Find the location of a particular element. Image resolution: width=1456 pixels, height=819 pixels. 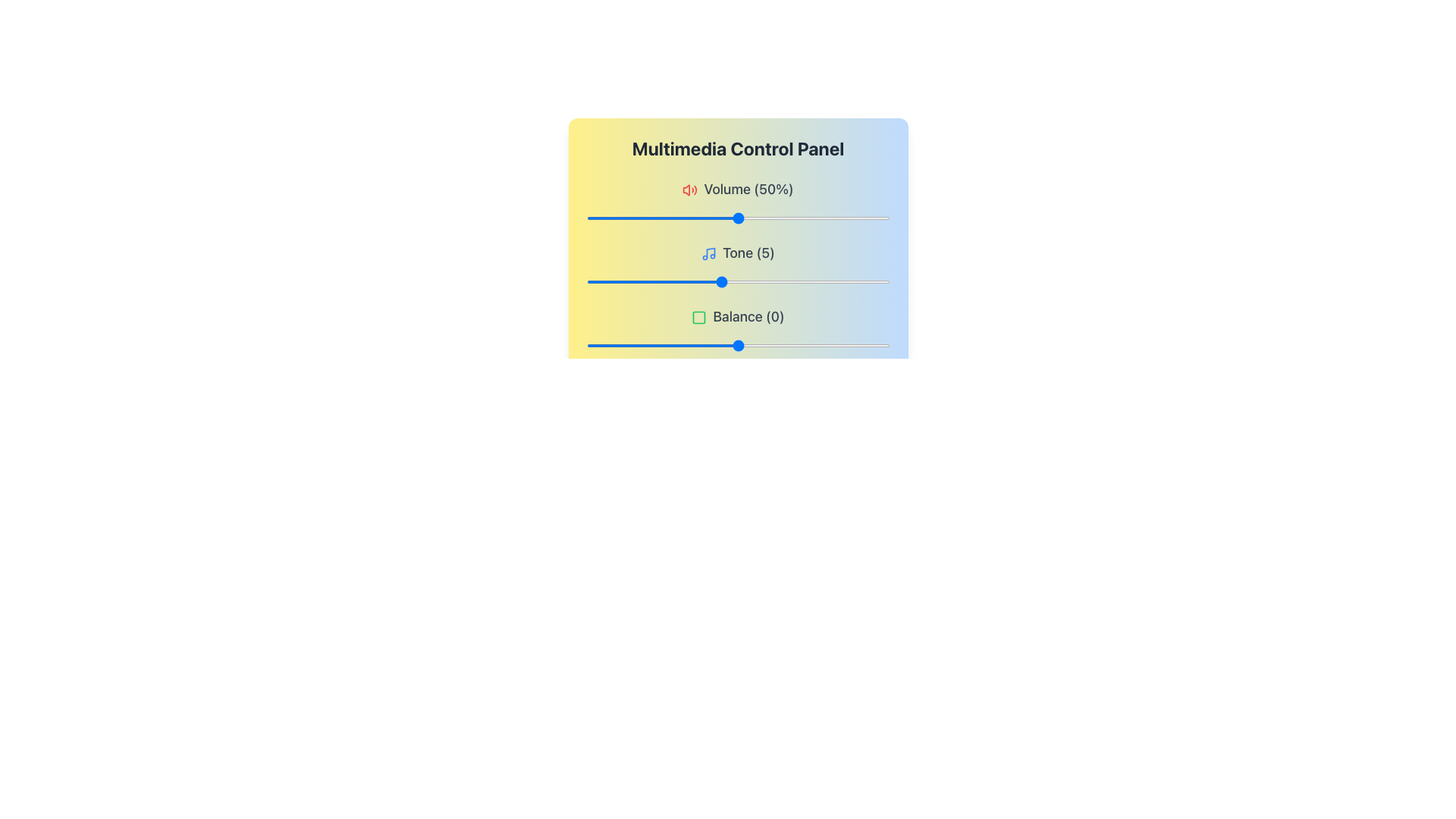

the 'Tone' icon, which visually represents the 'Tone' functionality and is located immediately to the left of the 'Tone (5)' label is located at coordinates (708, 253).